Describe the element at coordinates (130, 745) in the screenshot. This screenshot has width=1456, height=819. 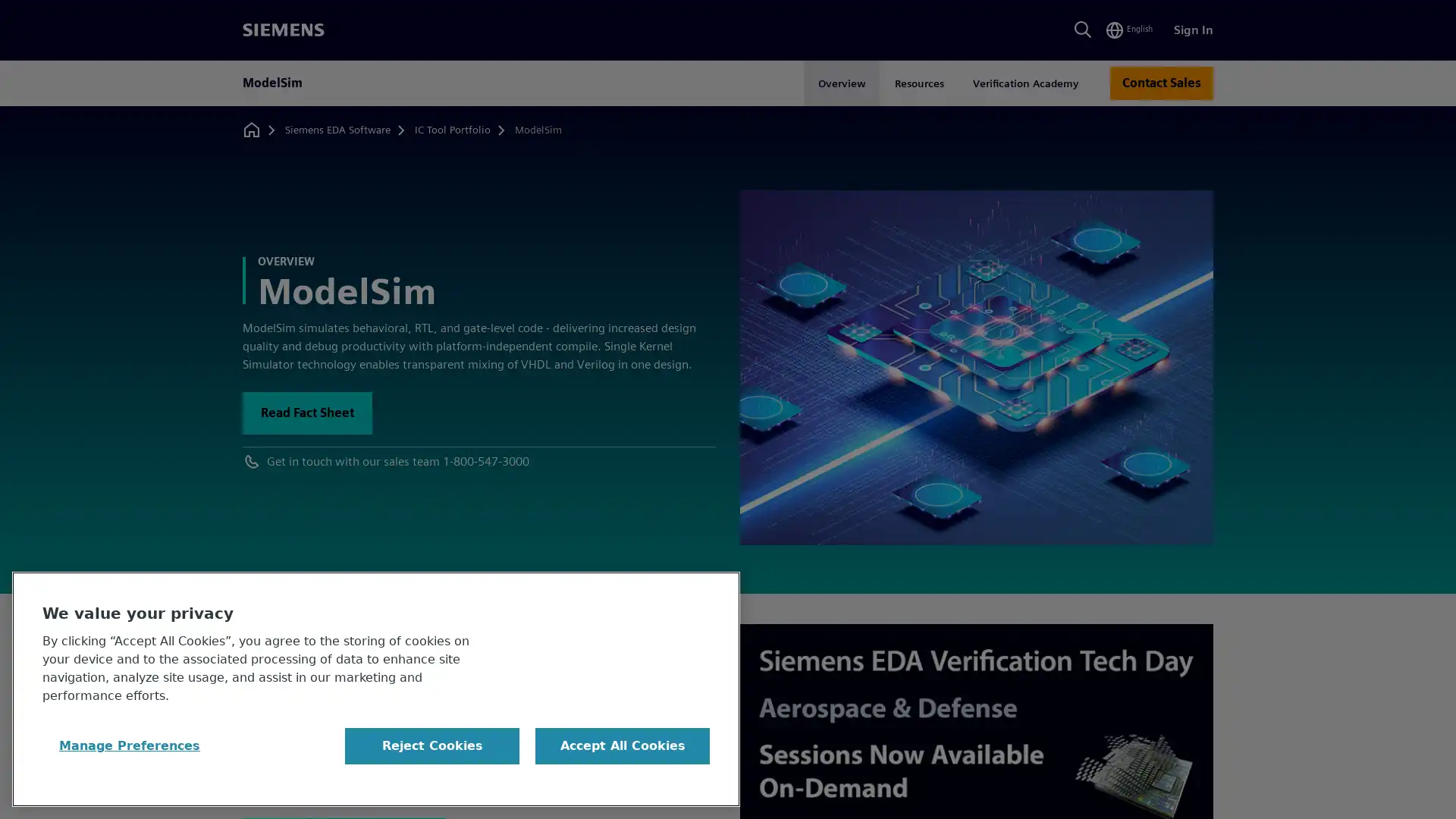
I see `Manage Preferences` at that location.